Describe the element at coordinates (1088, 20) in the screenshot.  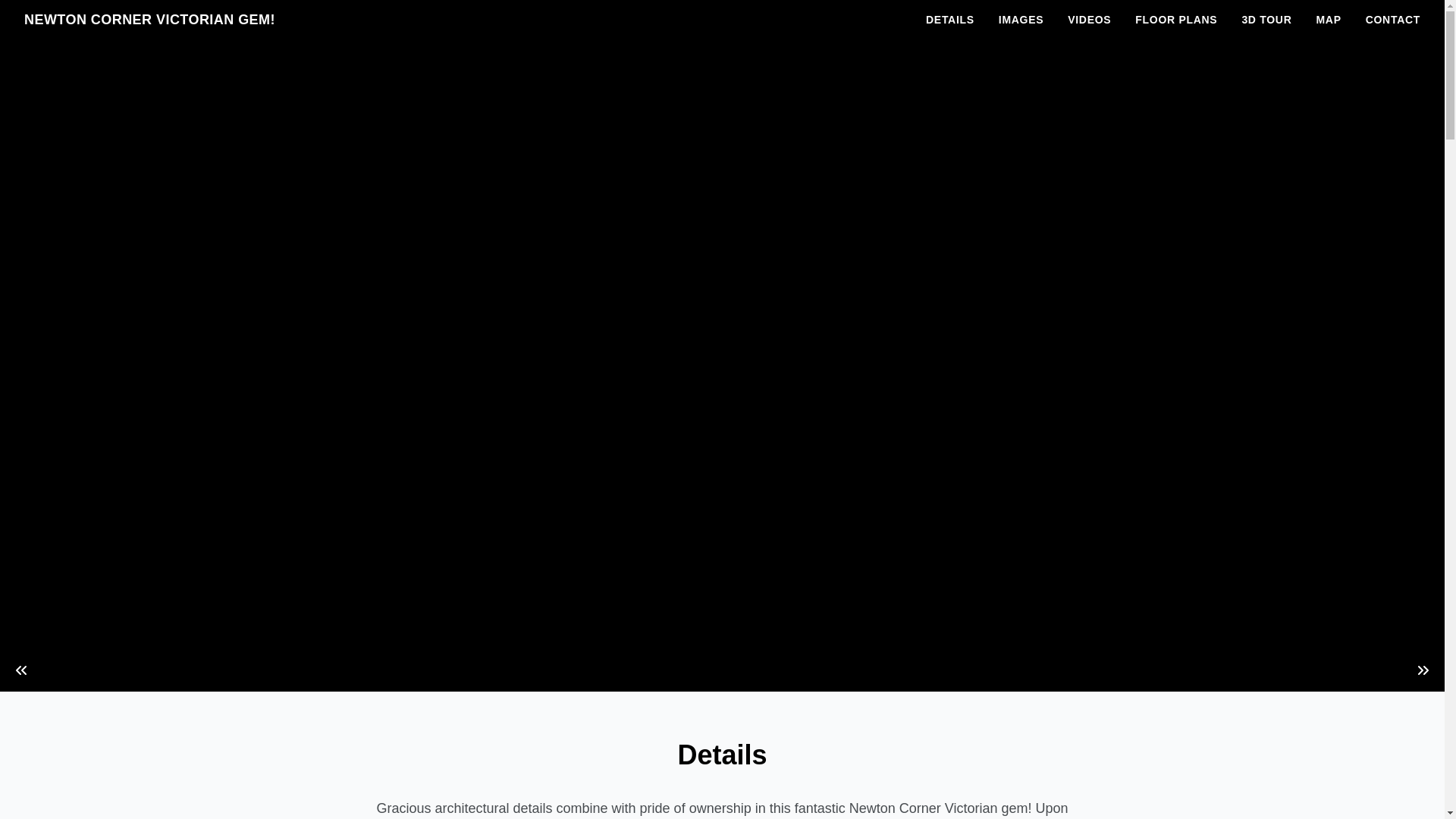
I see `'VIDEOS'` at that location.